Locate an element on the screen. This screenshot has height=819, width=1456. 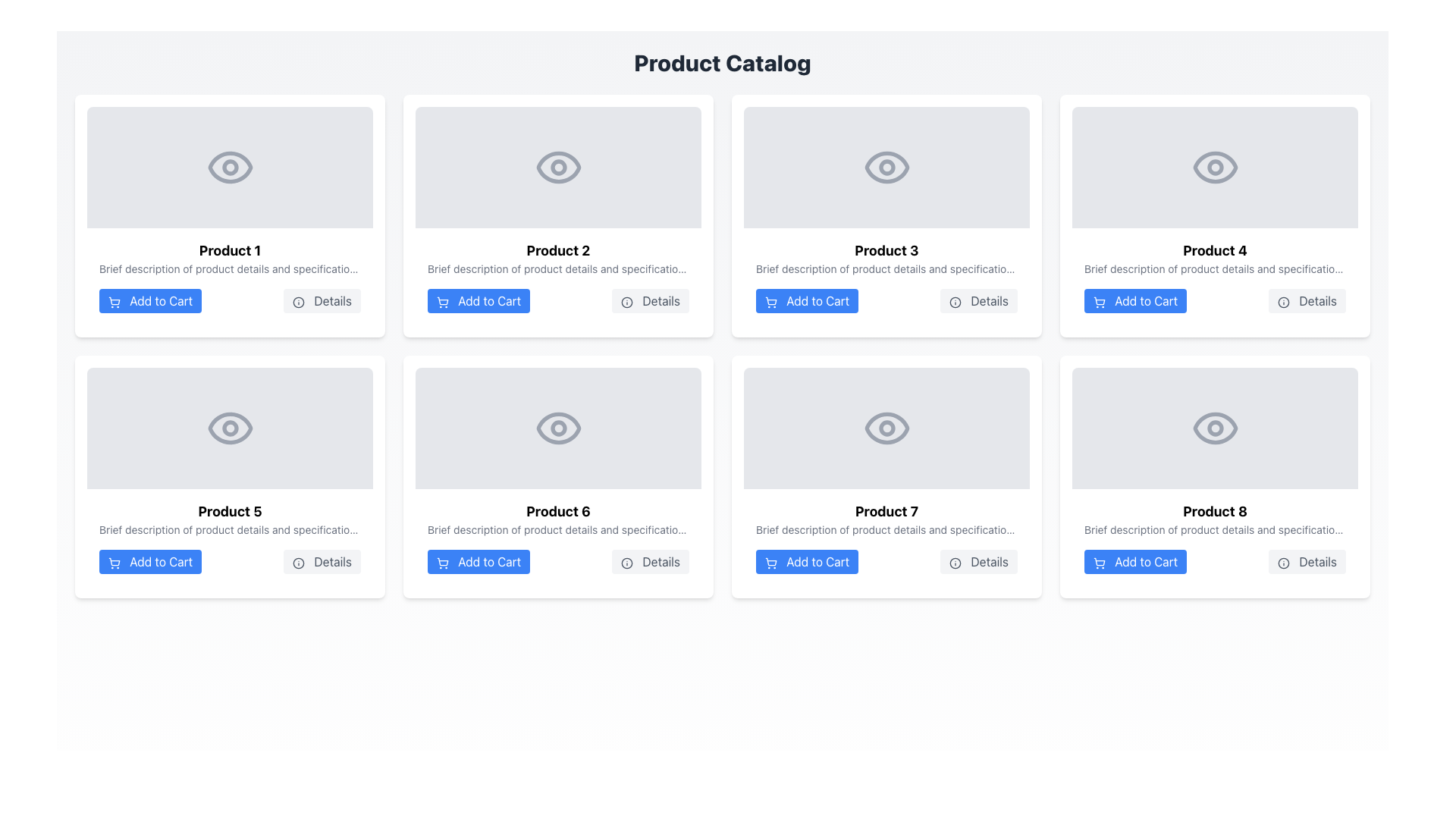
the circular icon with an 'i' symbol, located within the 'Details' button of the 'Product 1' card is located at coordinates (299, 302).